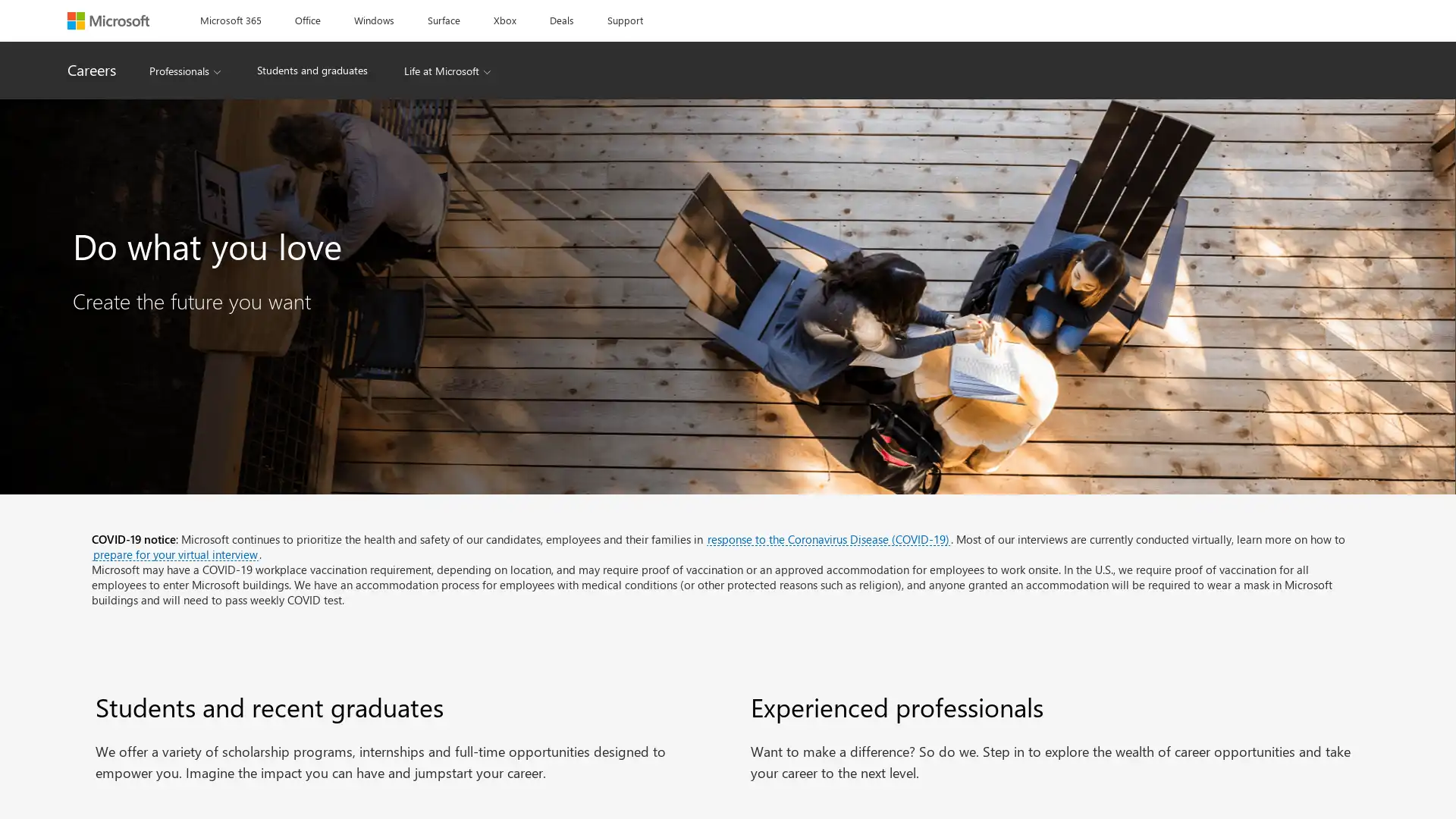 The width and height of the screenshot is (1456, 819). Describe the element at coordinates (1226, 34) in the screenshot. I see `Reject` at that location.